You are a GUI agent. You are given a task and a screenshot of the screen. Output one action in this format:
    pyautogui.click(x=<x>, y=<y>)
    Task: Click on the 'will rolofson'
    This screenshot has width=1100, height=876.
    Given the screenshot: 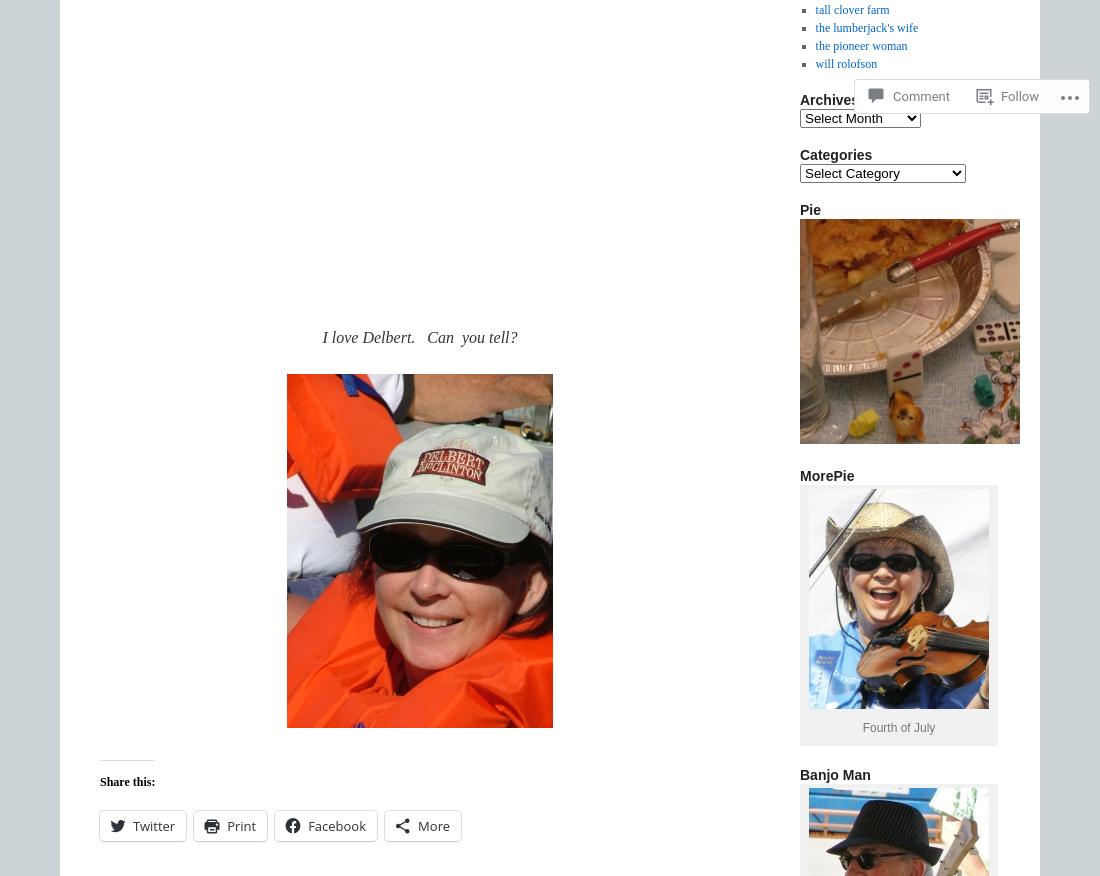 What is the action you would take?
    pyautogui.click(x=845, y=64)
    